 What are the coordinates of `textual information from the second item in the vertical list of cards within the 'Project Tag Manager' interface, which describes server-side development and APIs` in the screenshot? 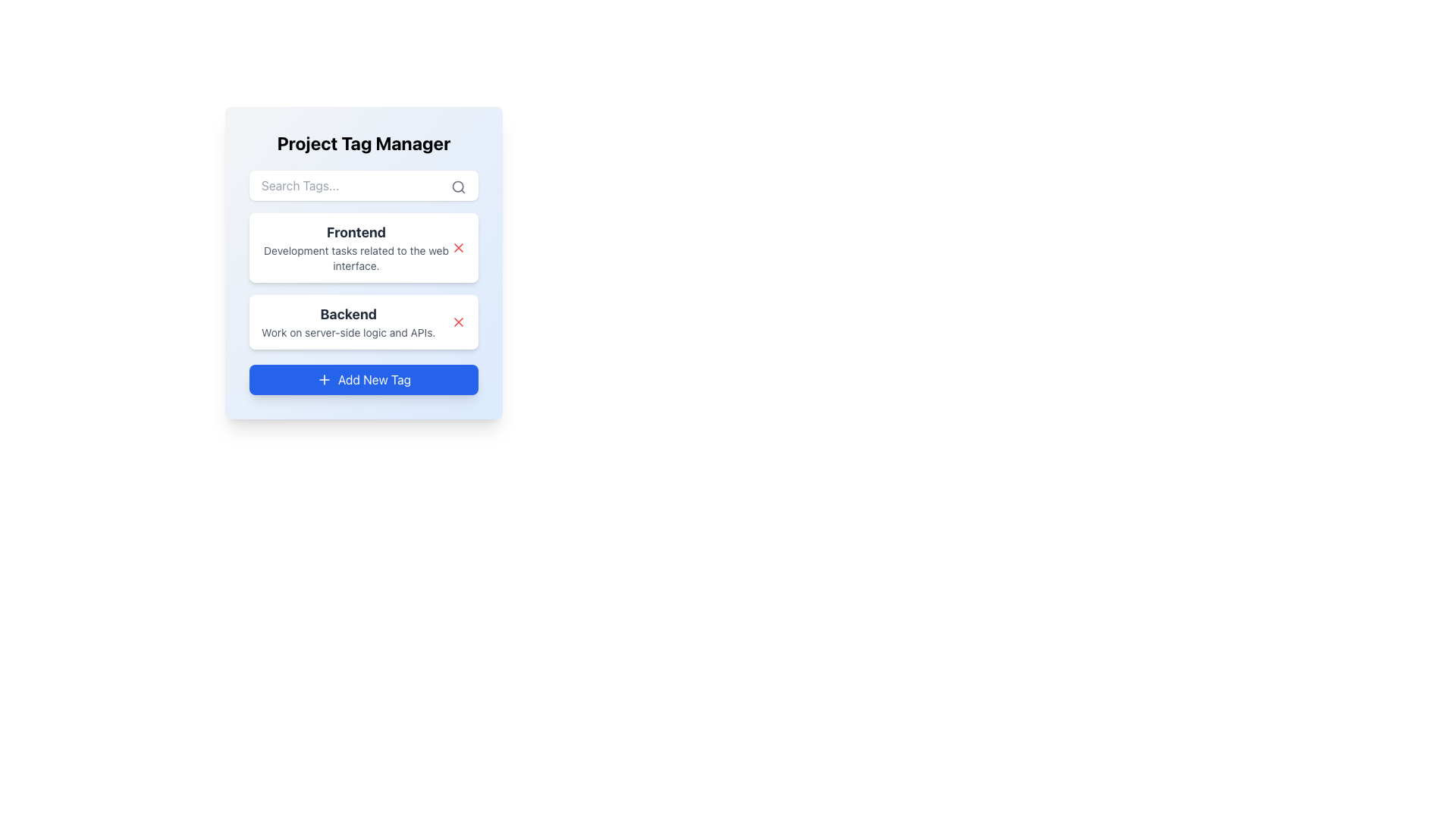 It's located at (347, 321).